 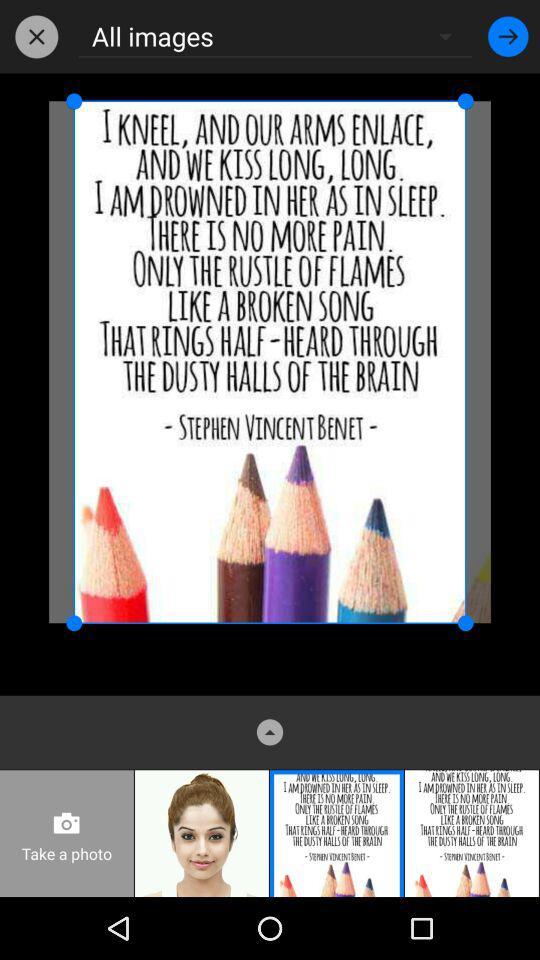 I want to click on icon to the left of all images, so click(x=36, y=35).